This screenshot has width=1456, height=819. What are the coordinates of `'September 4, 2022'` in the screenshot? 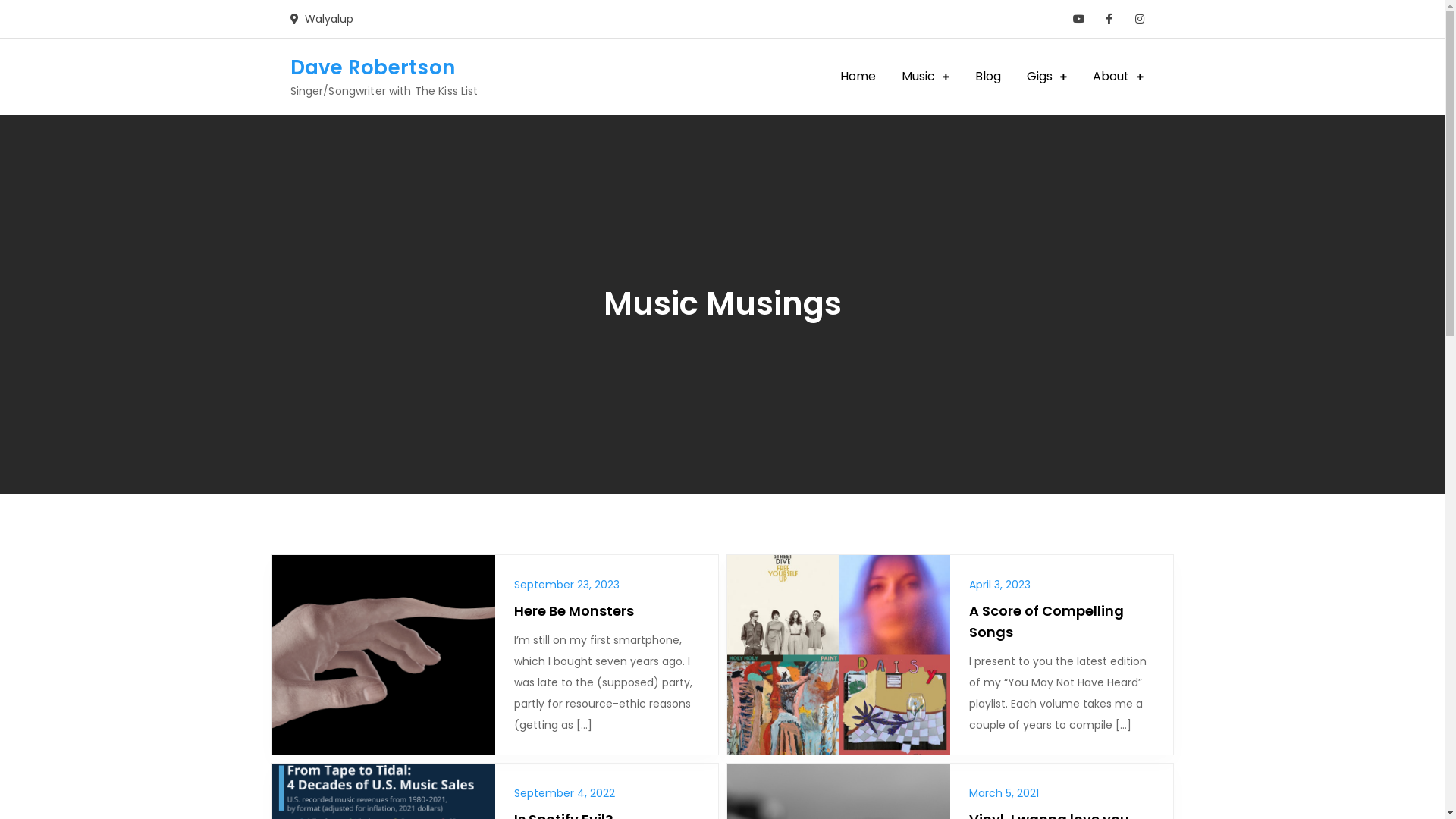 It's located at (563, 792).